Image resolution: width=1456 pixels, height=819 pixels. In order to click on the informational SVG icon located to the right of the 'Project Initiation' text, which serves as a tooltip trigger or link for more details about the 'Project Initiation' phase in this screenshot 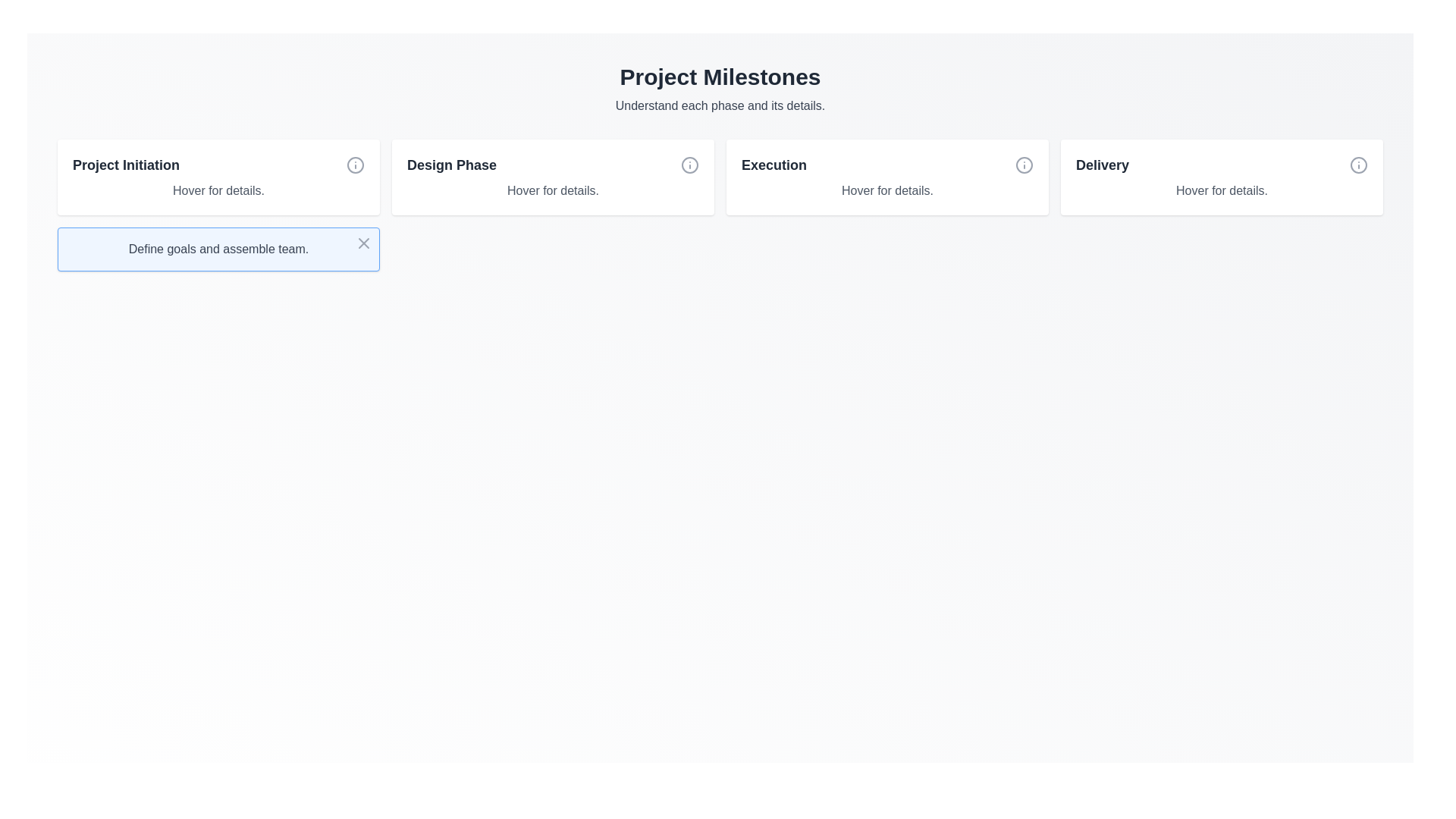, I will do `click(355, 165)`.